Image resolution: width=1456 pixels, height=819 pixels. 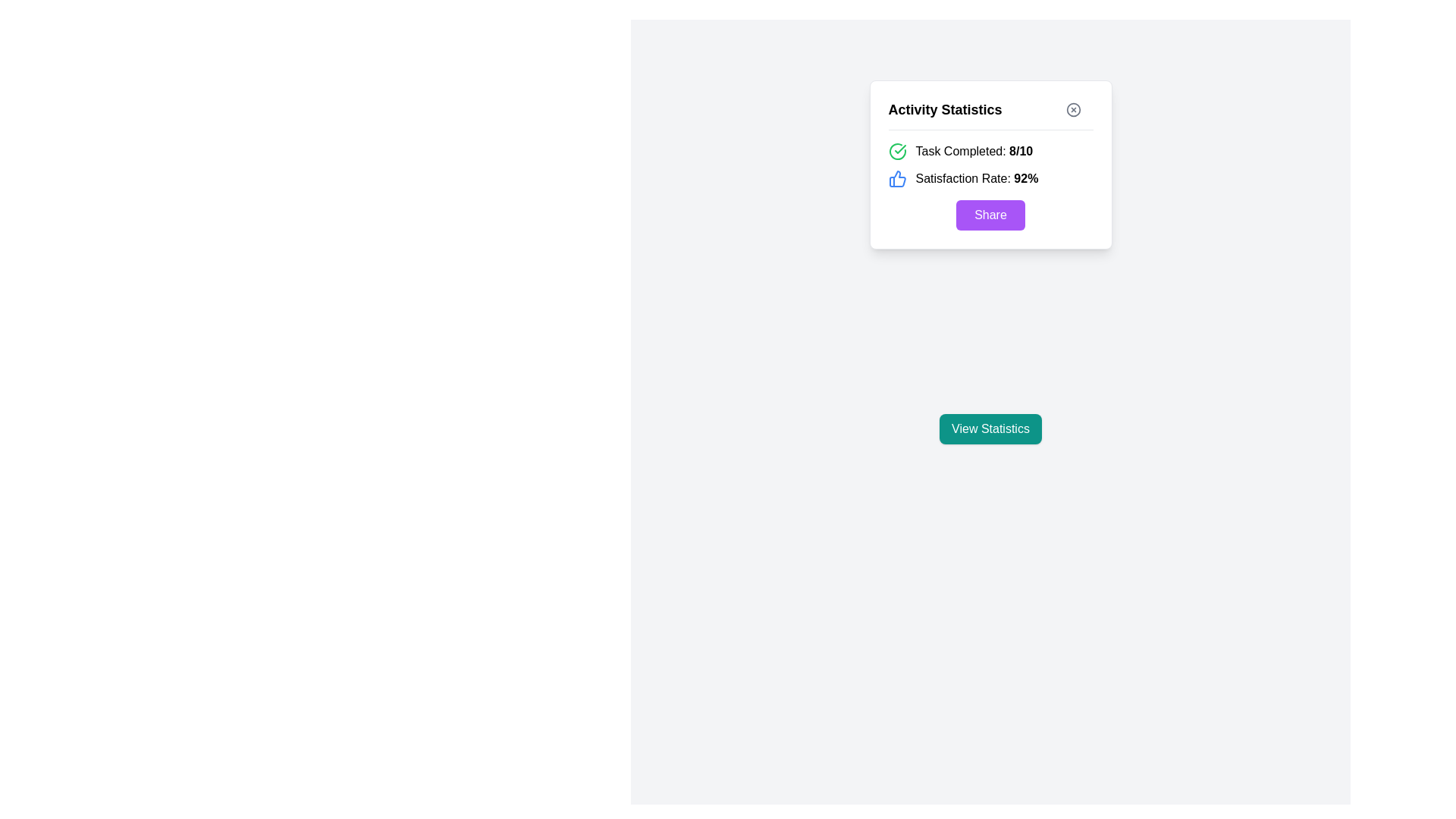 What do you see at coordinates (897, 177) in the screenshot?
I see `the thumbs-up icon with a blue outline located in the upper-right corner of the 'Activity Statistics' panel` at bounding box center [897, 177].